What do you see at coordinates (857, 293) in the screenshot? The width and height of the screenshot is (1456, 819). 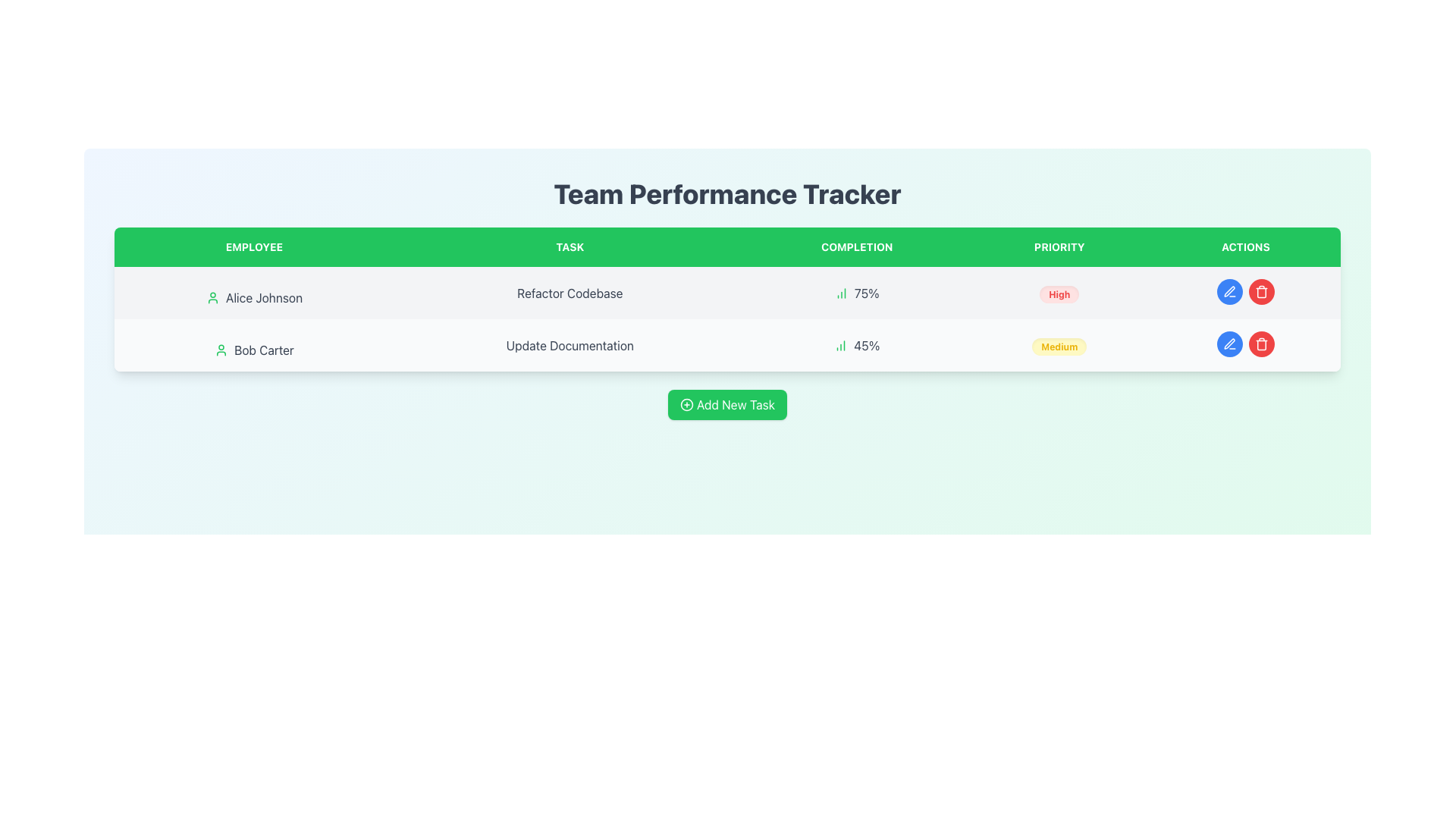 I see `the completion percentage label in the 'Team Performance Tracker' table, located in the third column of the first row beneath the 'Completion' header` at bounding box center [857, 293].